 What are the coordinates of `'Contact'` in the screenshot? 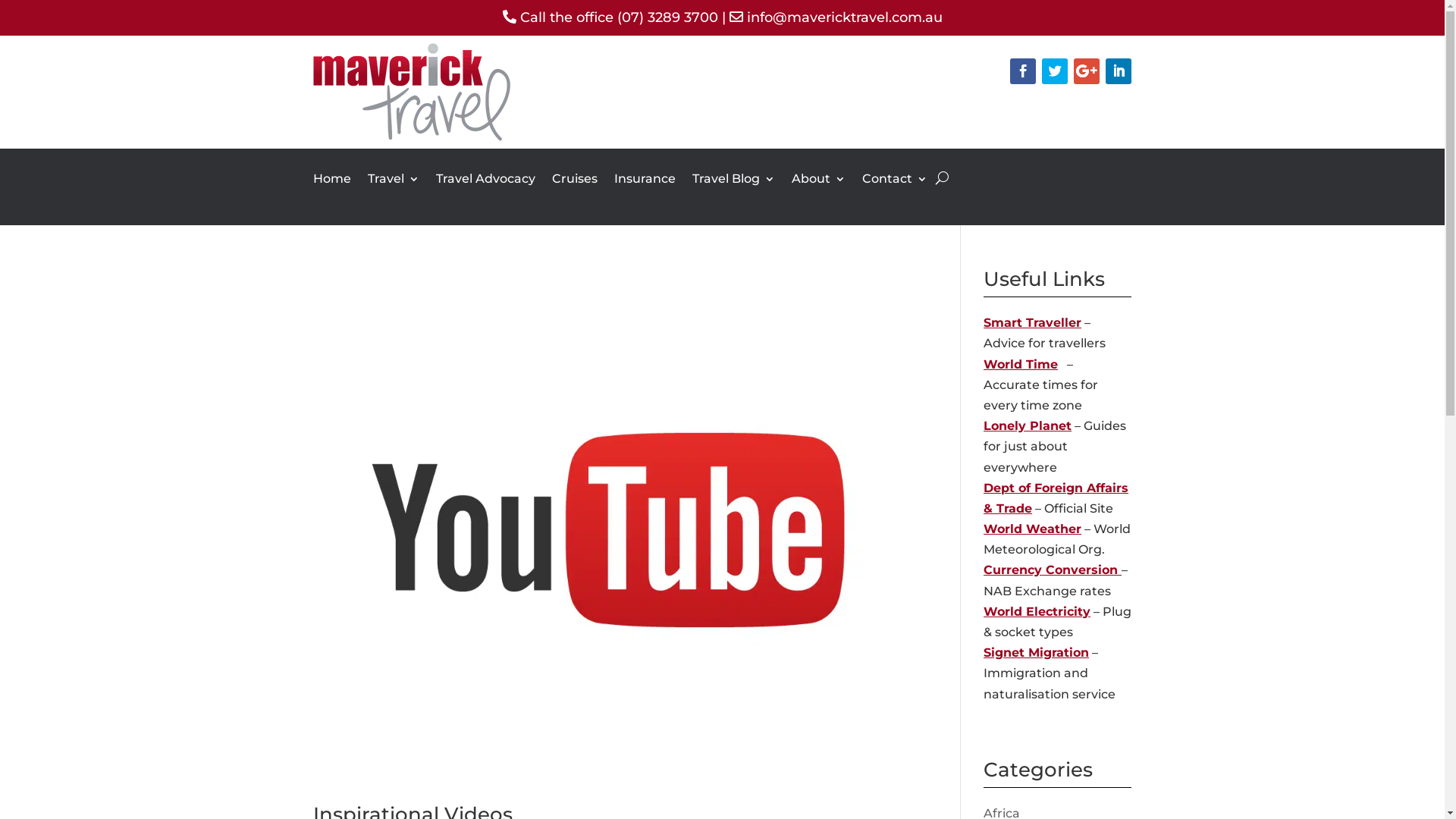 It's located at (894, 189).